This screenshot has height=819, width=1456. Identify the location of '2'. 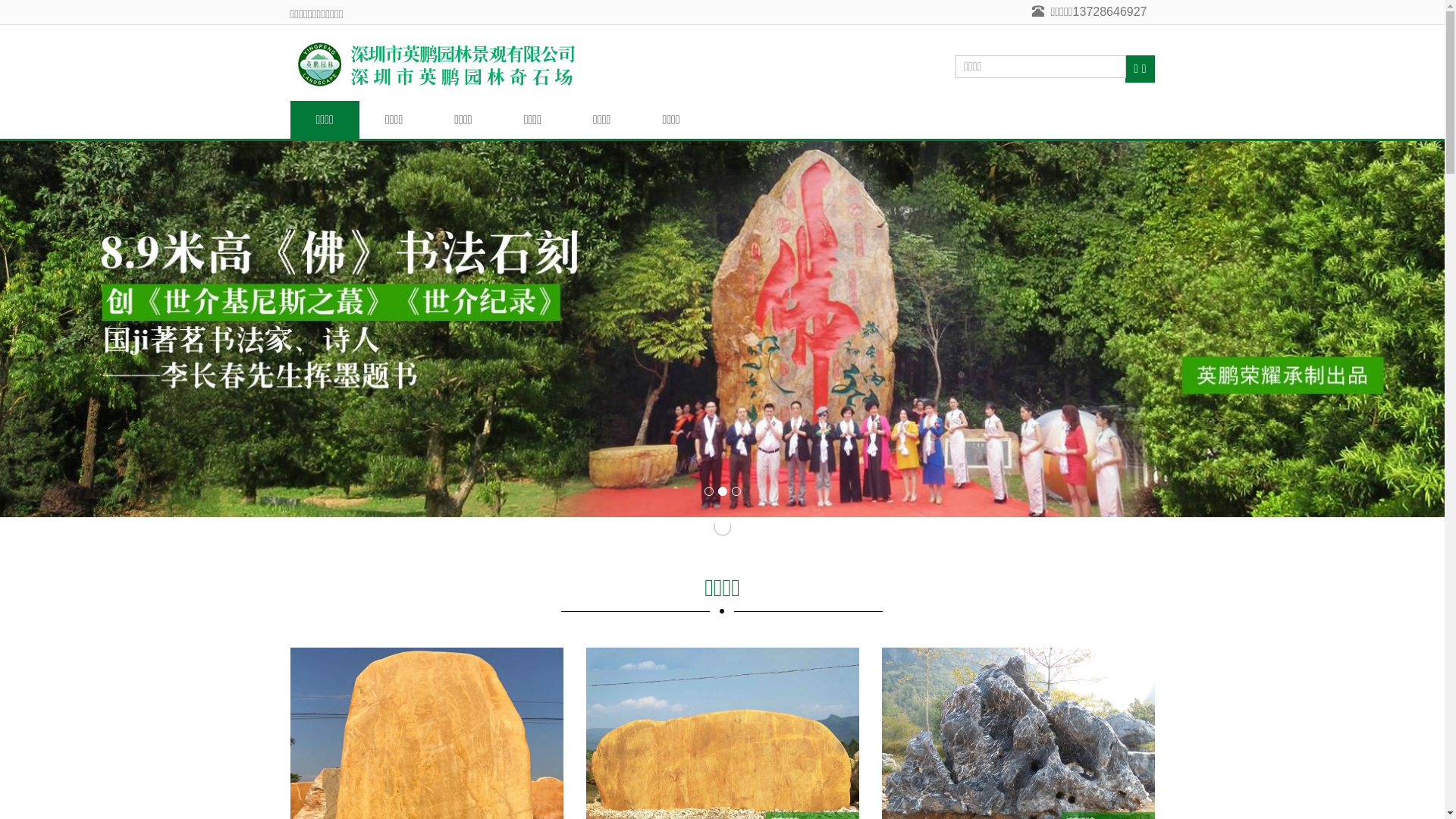
(716, 491).